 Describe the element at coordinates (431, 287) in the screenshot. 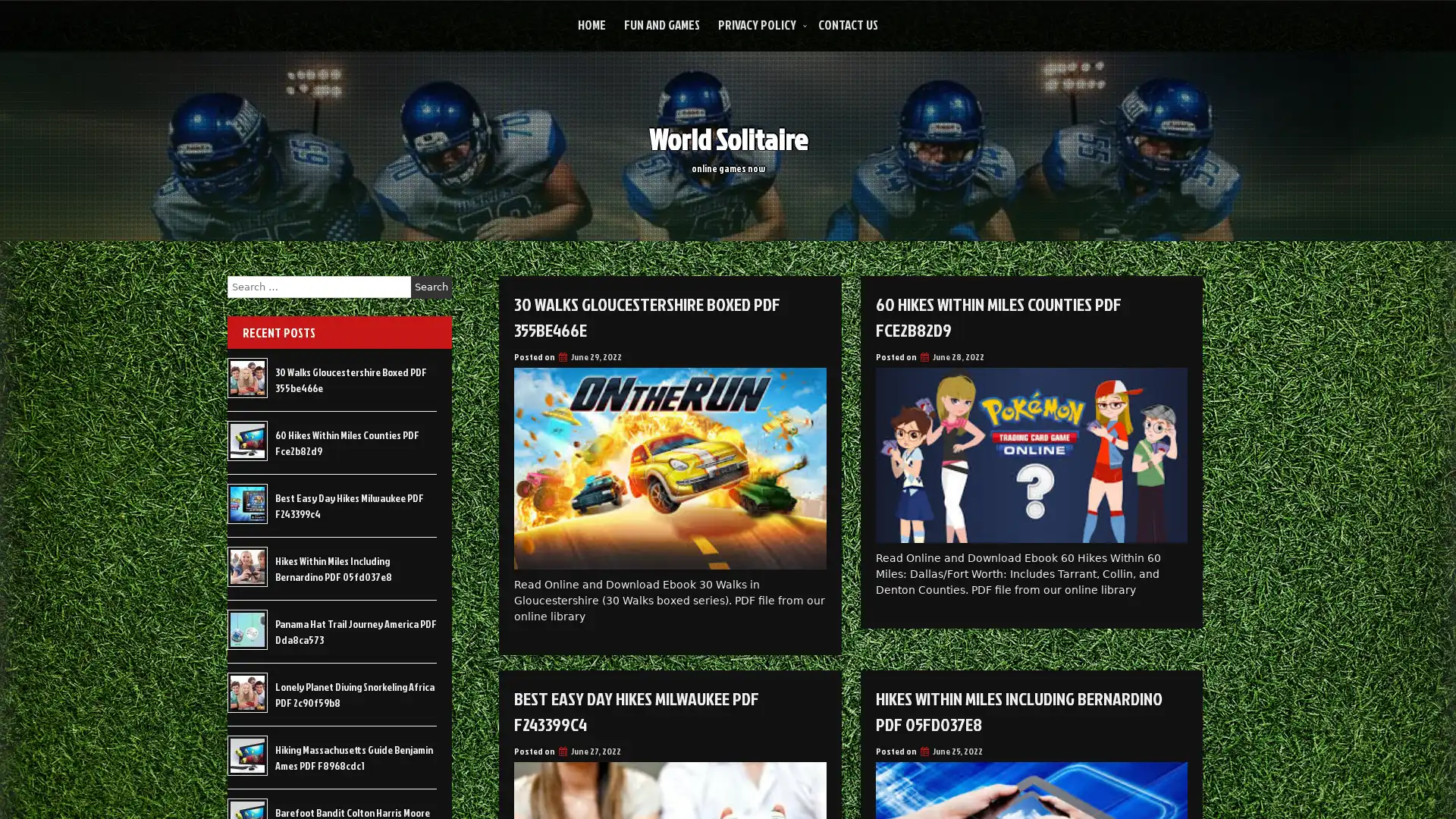

I see `Search` at that location.